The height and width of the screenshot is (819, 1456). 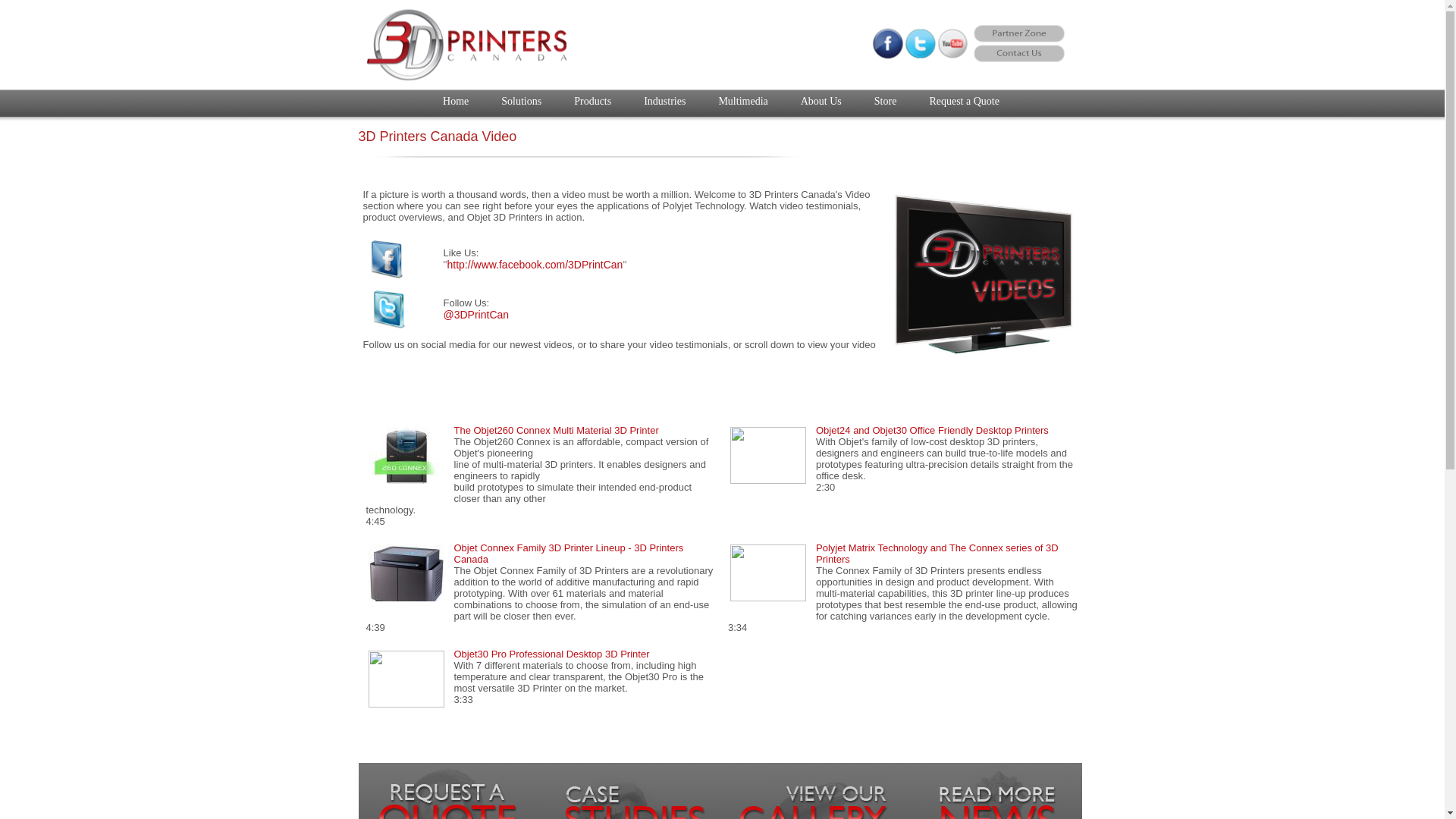 I want to click on '@3DPrintCan', so click(x=443, y=315).